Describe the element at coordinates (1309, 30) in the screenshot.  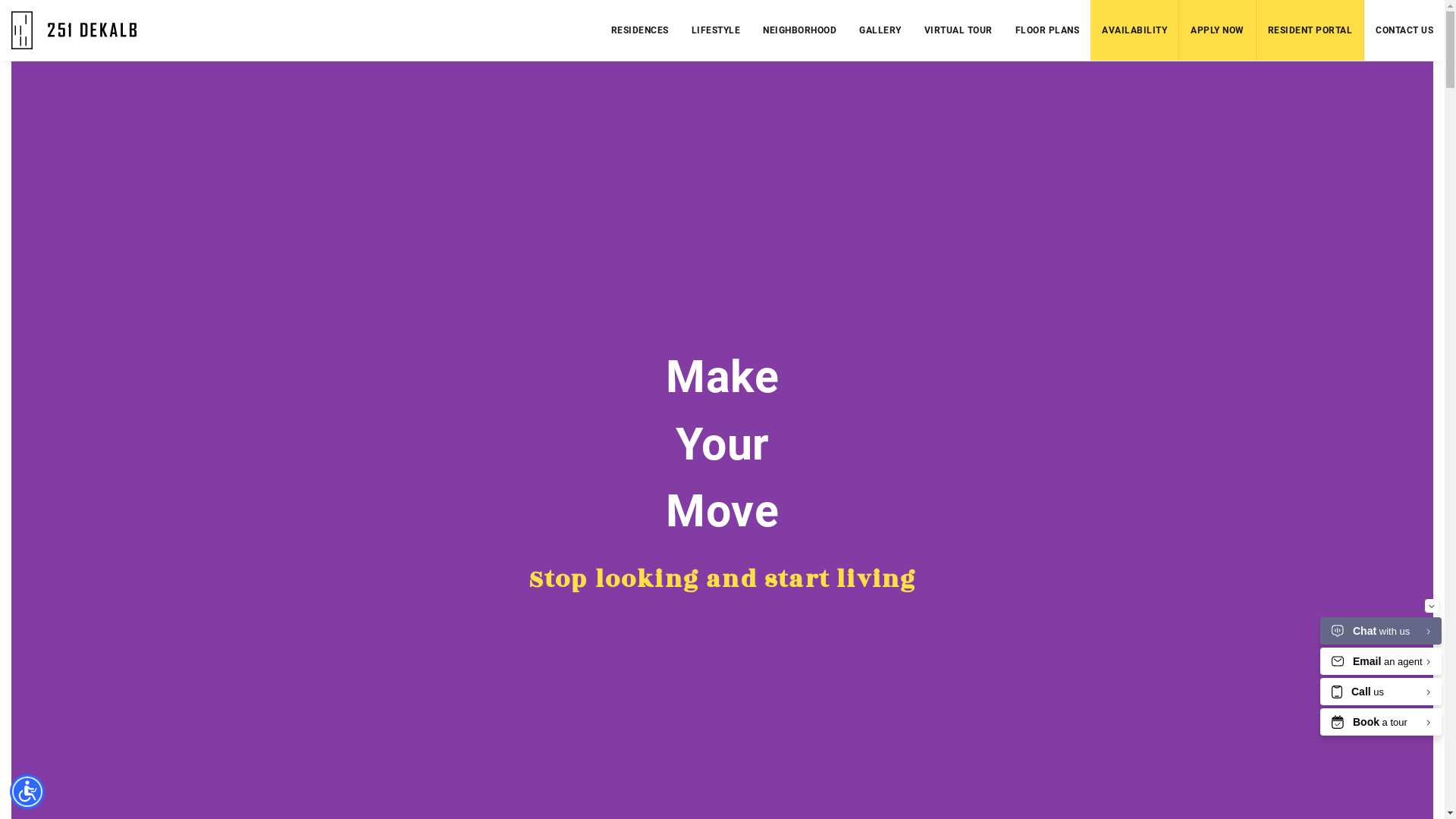
I see `'RESIDENT PORTAL'` at that location.